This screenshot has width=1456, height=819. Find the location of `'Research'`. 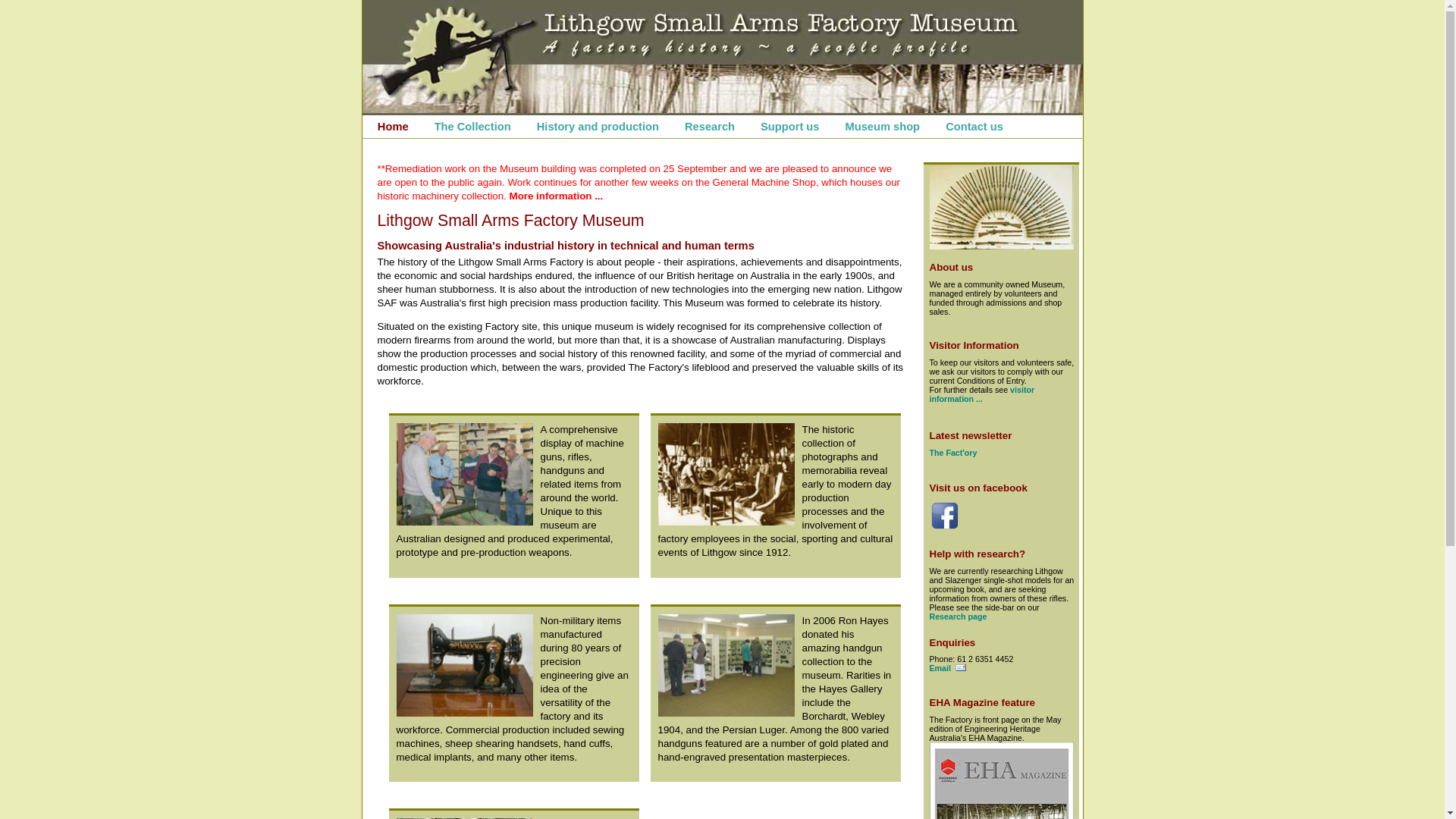

'Research' is located at coordinates (709, 125).